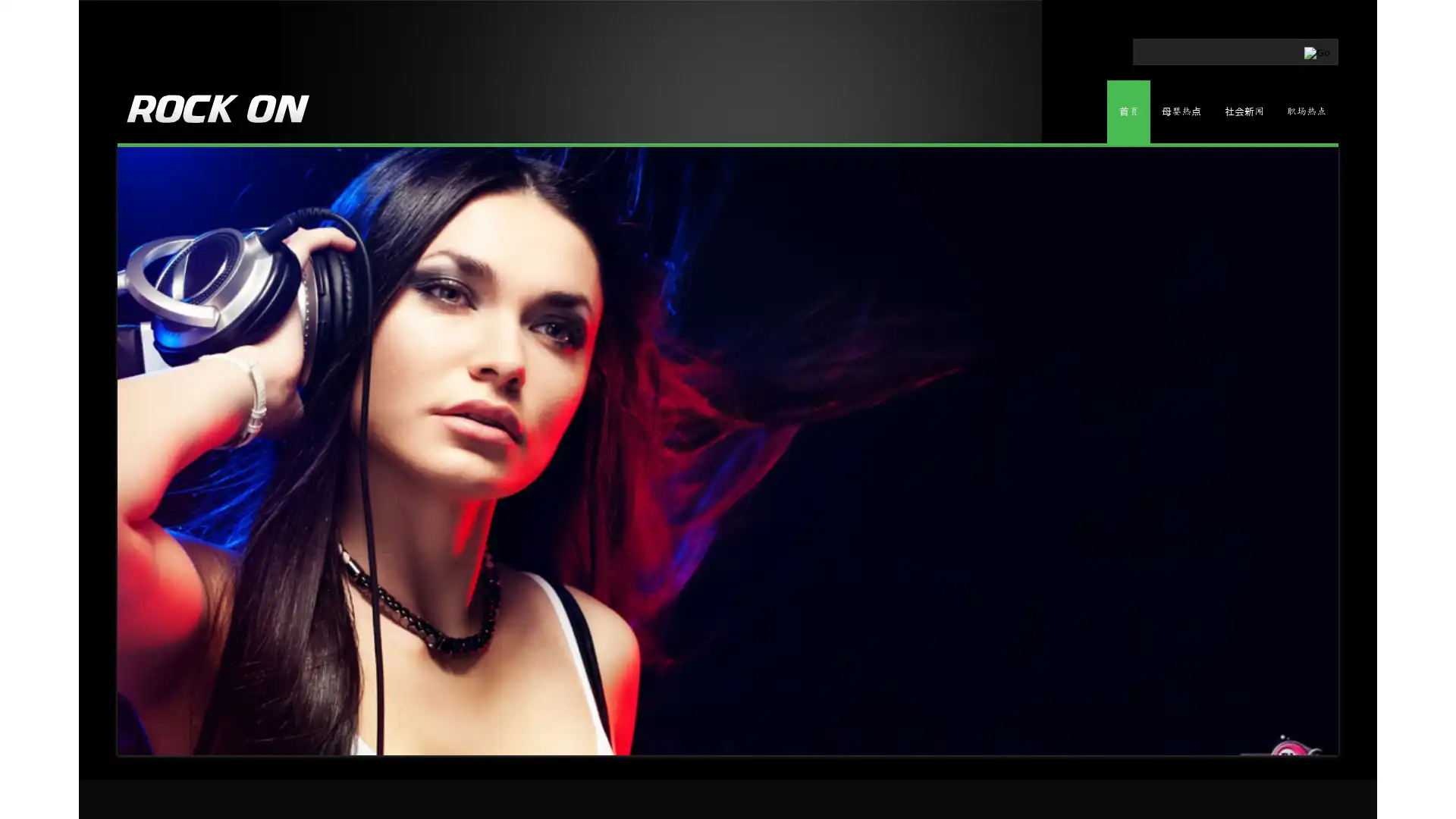 The image size is (1456, 819). What do you see at coordinates (1253, 49) in the screenshot?
I see `Go` at bounding box center [1253, 49].